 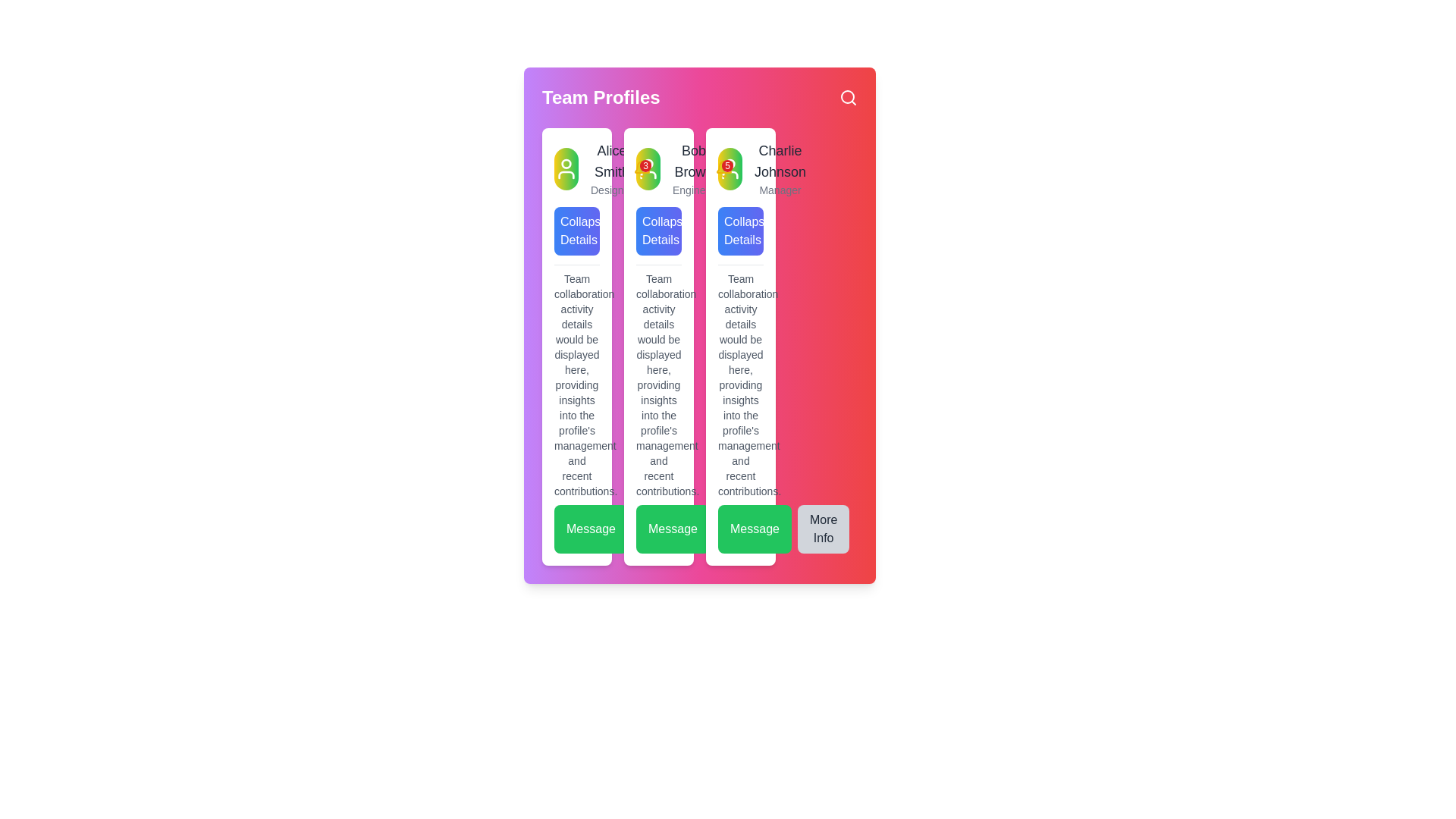 What do you see at coordinates (723, 169) in the screenshot?
I see `the notification badge indicating 5 new notifications for user 'Bob Brown', located at the top-right of the user card, overlaying a bell icon` at bounding box center [723, 169].